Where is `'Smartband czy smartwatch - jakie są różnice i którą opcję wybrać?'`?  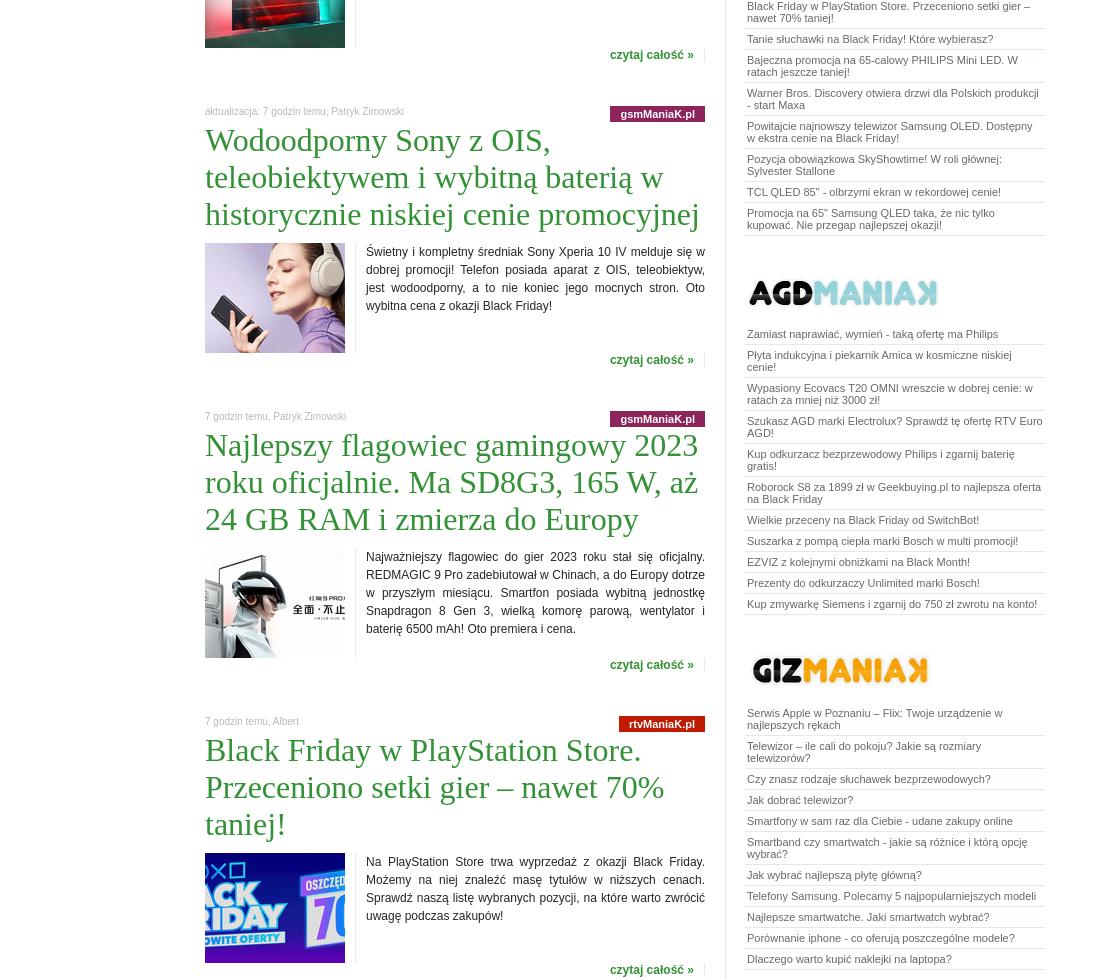
'Smartband czy smartwatch - jakie są różnice i którą opcję wybrać?' is located at coordinates (886, 847).